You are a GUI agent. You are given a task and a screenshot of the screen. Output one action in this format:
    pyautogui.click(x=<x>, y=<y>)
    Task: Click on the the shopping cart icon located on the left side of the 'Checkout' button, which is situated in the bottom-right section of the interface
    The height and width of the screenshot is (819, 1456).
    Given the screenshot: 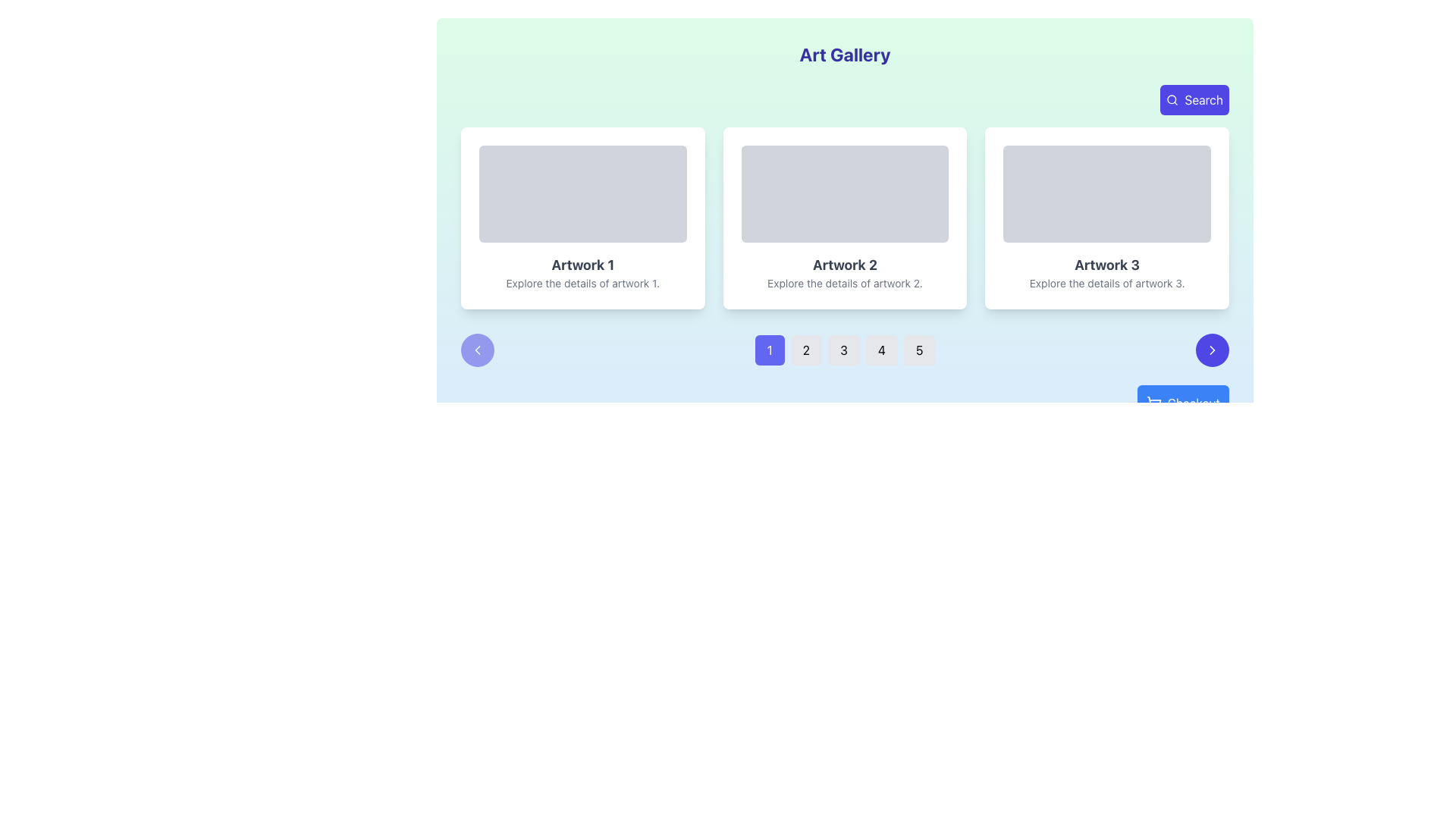 What is the action you would take?
    pyautogui.click(x=1153, y=403)
    